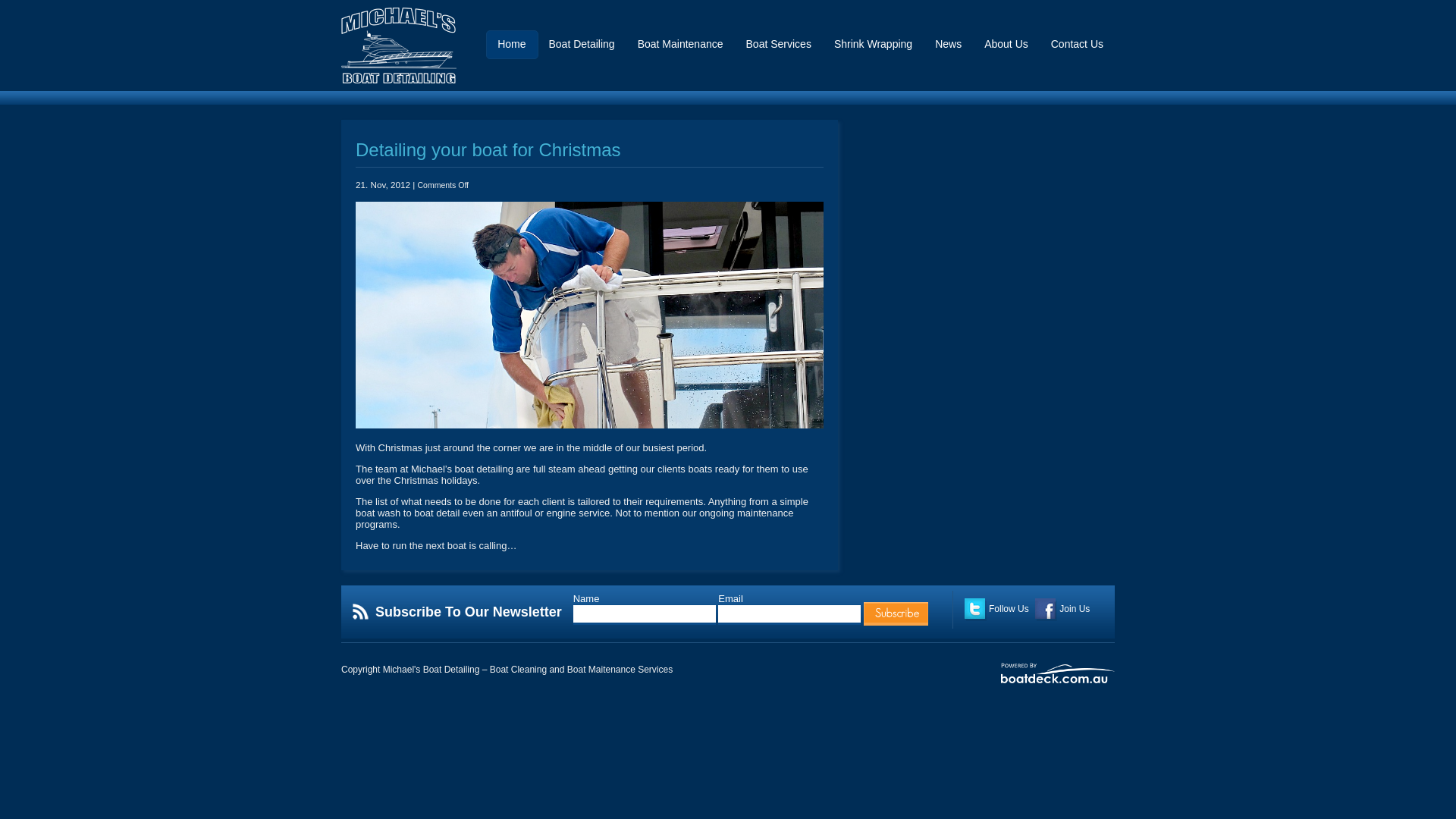  What do you see at coordinates (580, 49) in the screenshot?
I see `'Boat Detailing'` at bounding box center [580, 49].